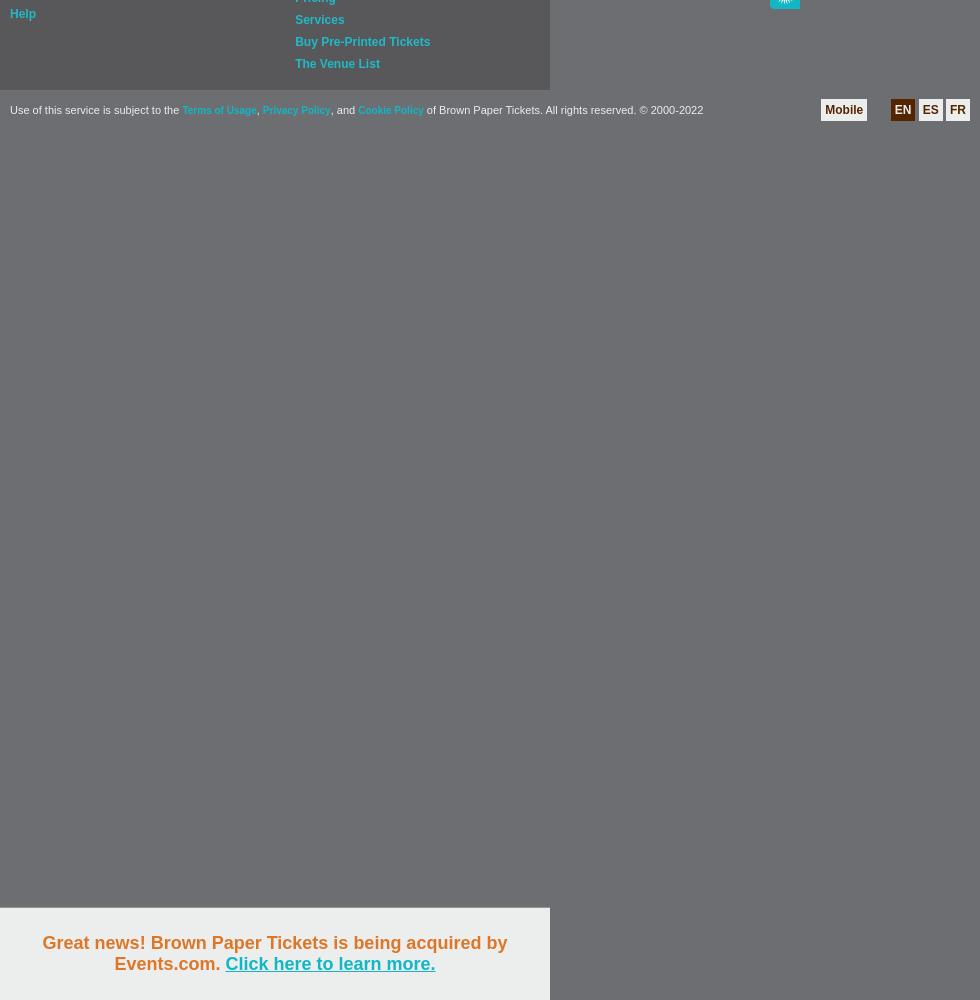 The width and height of the screenshot is (980, 1000). I want to click on ', and', so click(329, 109).